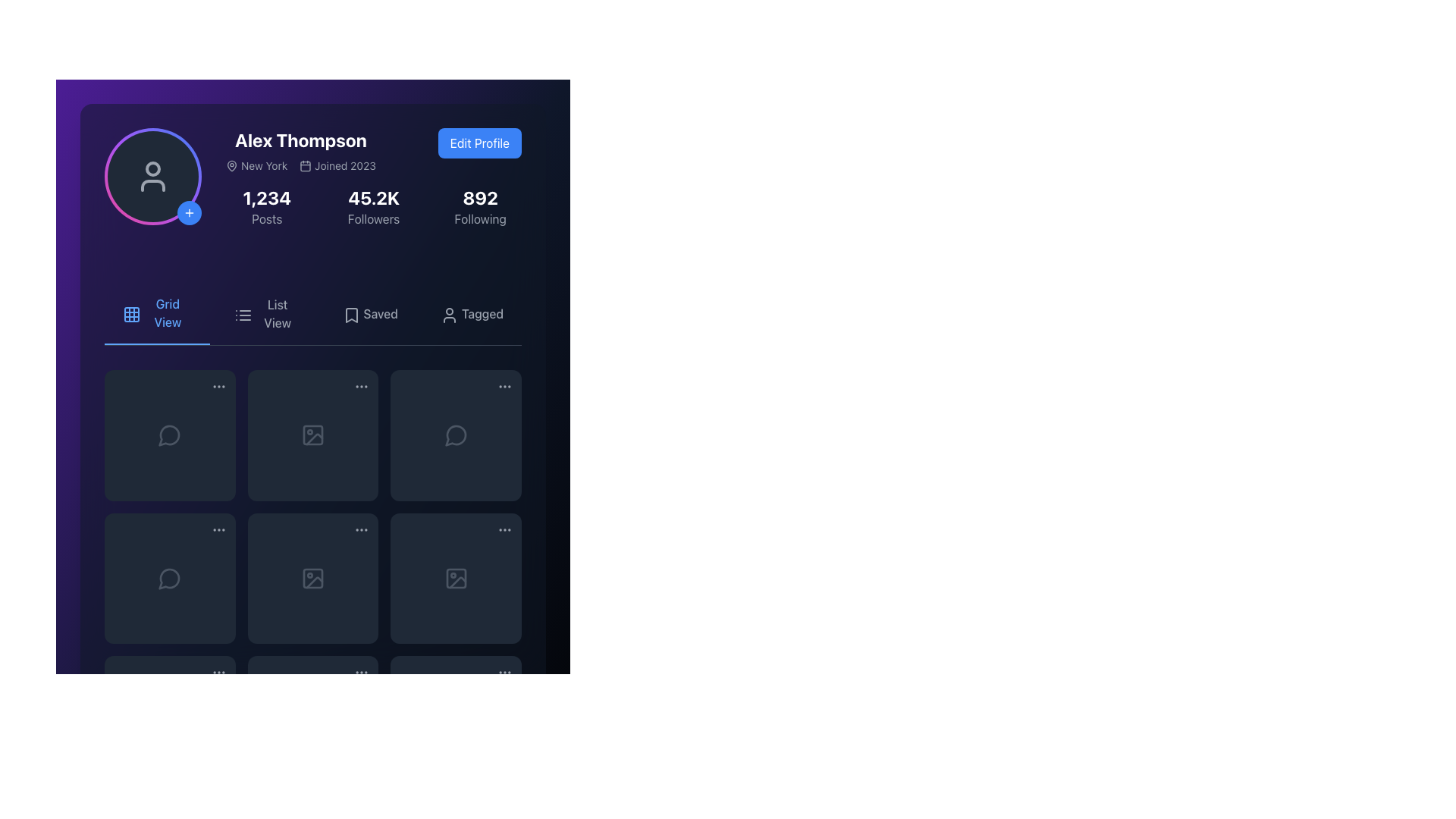 This screenshot has height=819, width=1456. Describe the element at coordinates (243, 315) in the screenshot. I see `the view mode toggle button located in the navigation bar, positioned between the 'Grid View' icon and the 'Saved' icon, to switch view modes` at that location.